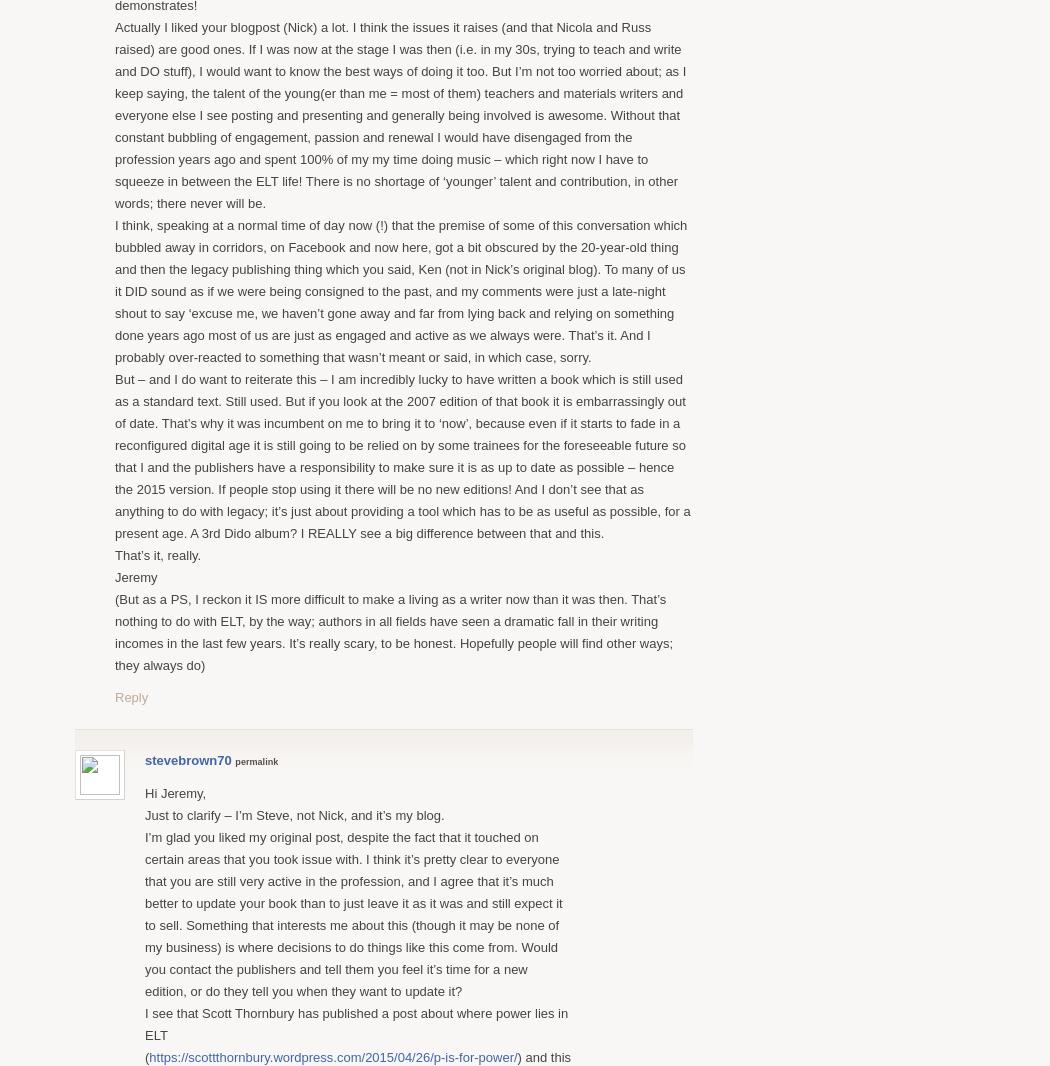 This screenshot has height=1066, width=1050. What do you see at coordinates (134, 575) in the screenshot?
I see `'Jeremy'` at bounding box center [134, 575].